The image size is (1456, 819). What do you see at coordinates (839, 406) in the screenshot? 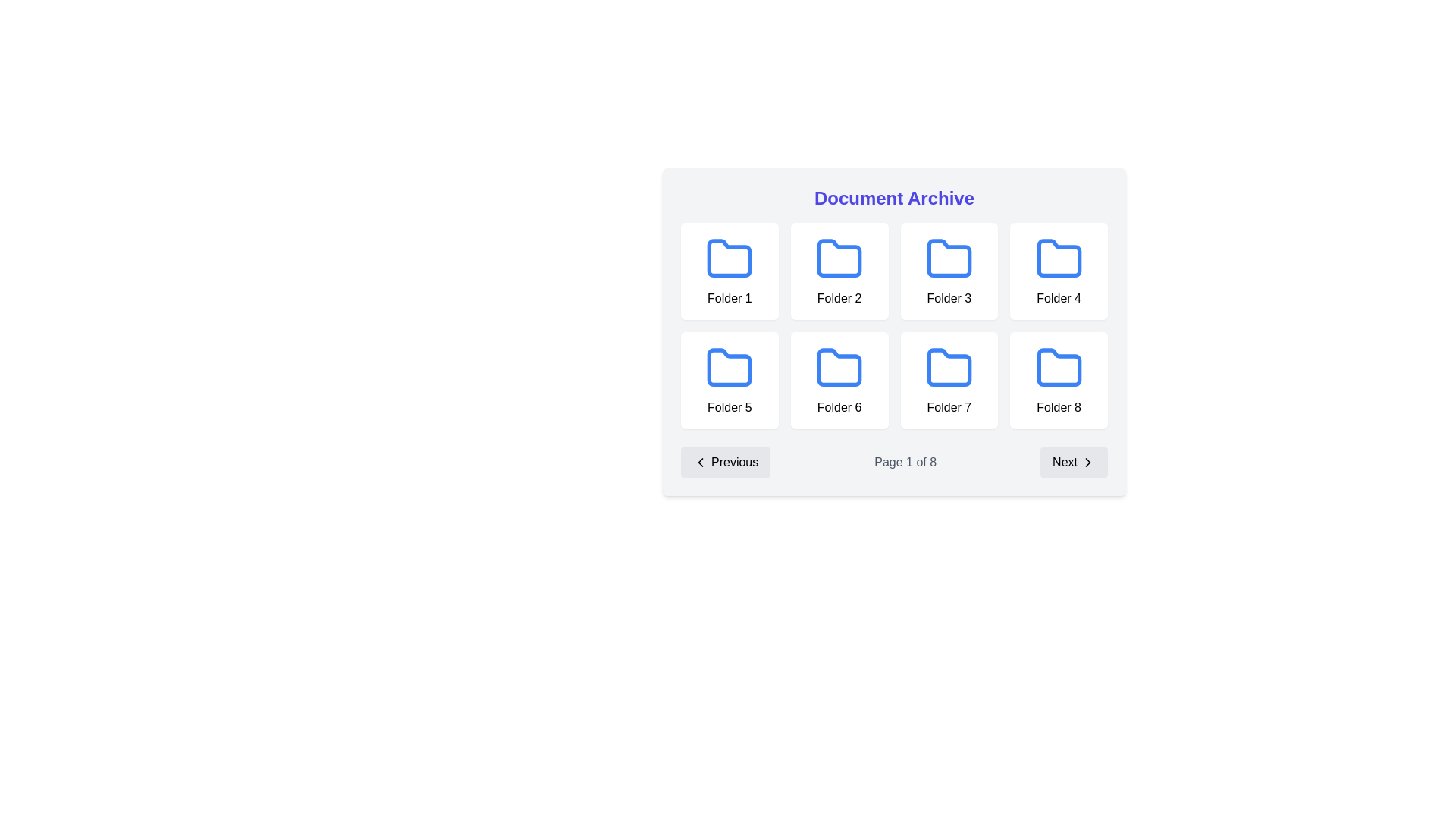
I see `the text label displaying 'Folder 6', which is located in the second row and third column of a 2x4 grid of folder icons` at bounding box center [839, 406].